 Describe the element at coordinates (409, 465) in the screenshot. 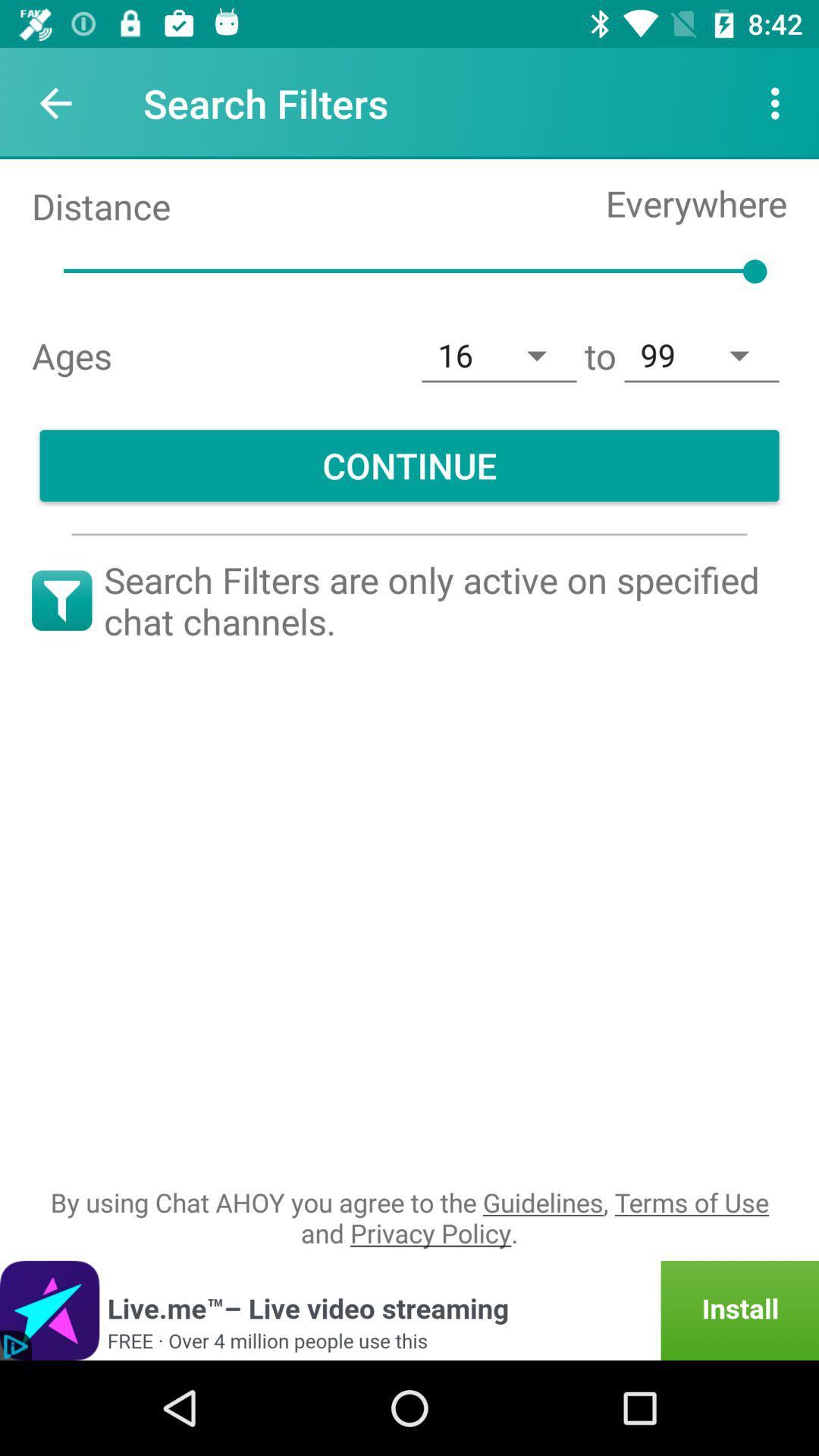

I see `icon below ages icon` at that location.